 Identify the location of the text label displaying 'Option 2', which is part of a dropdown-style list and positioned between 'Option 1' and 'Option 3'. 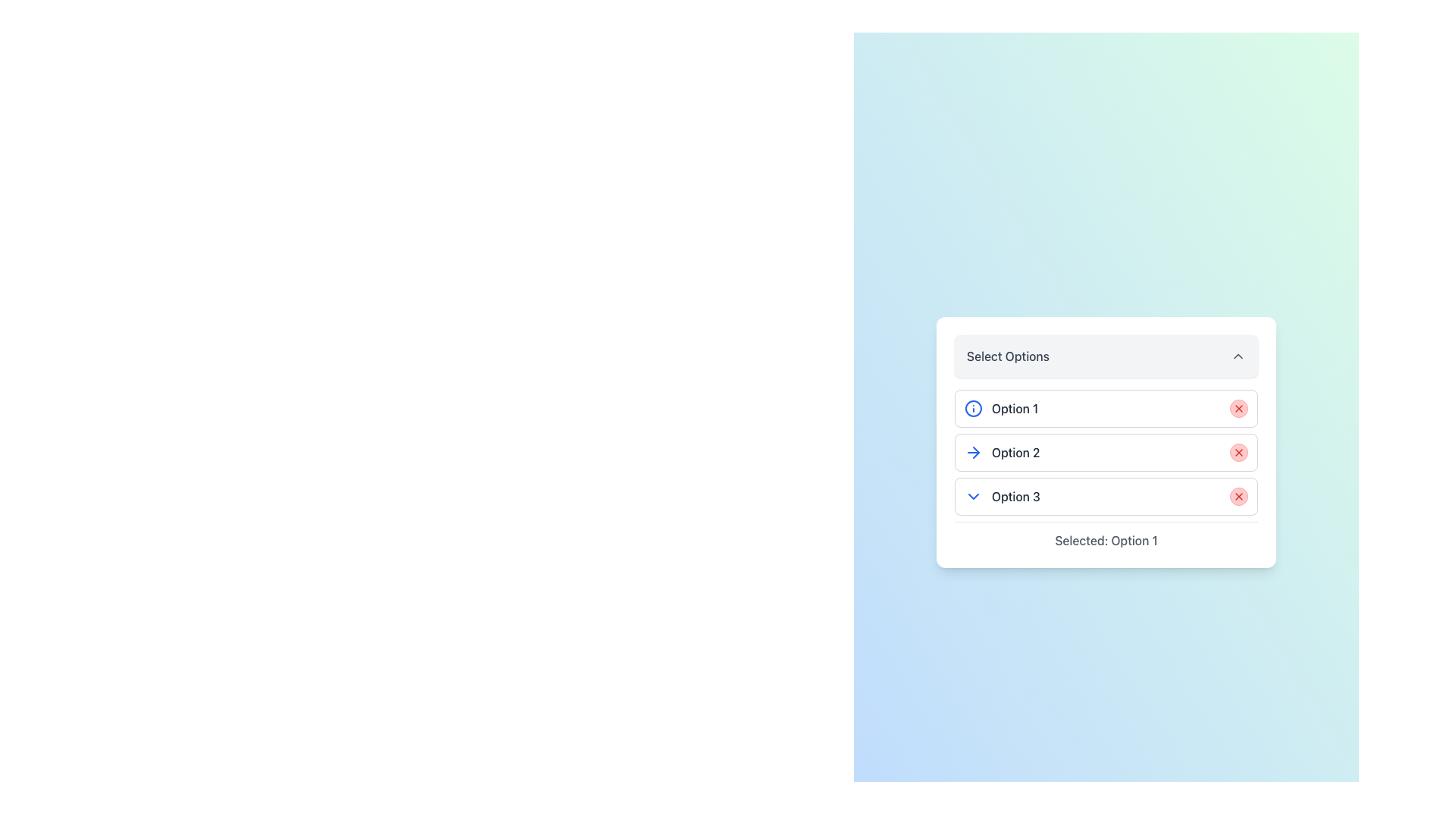
(1015, 451).